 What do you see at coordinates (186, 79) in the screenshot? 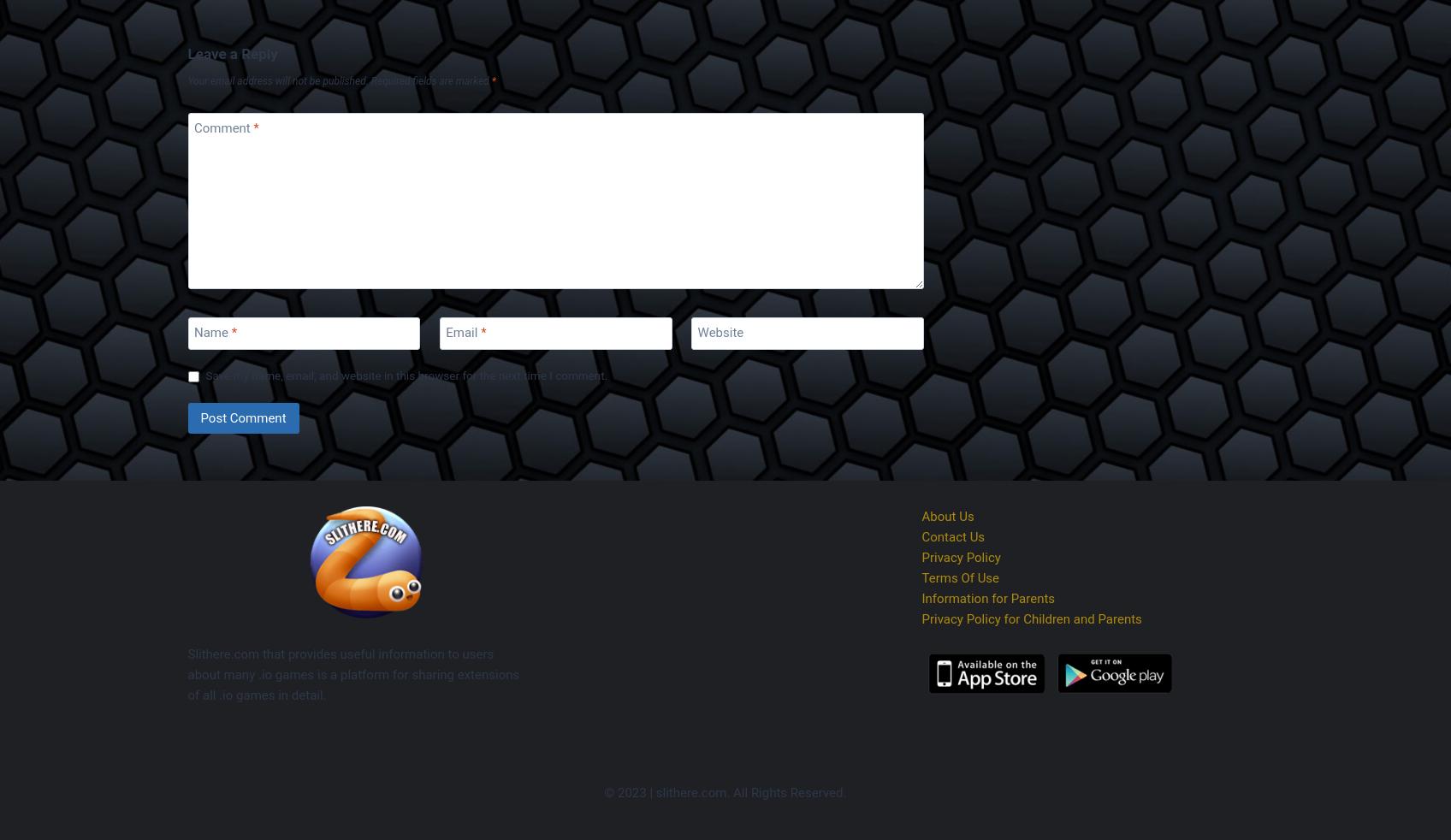
I see `'Your email address will not be published.'` at bounding box center [186, 79].